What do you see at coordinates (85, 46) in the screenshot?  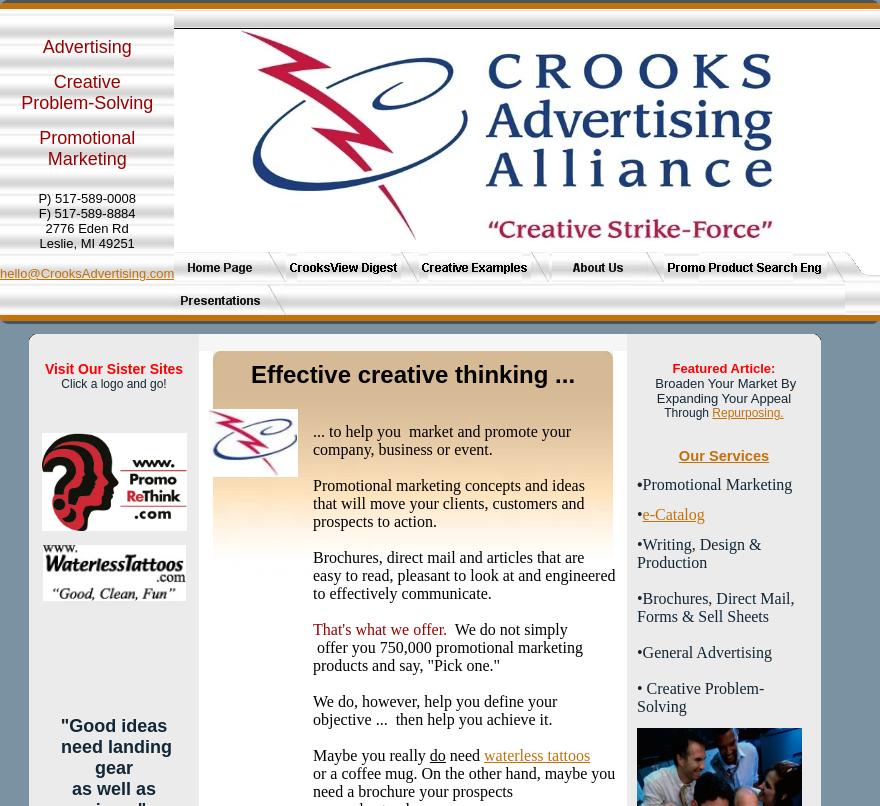 I see `'Advertising'` at bounding box center [85, 46].